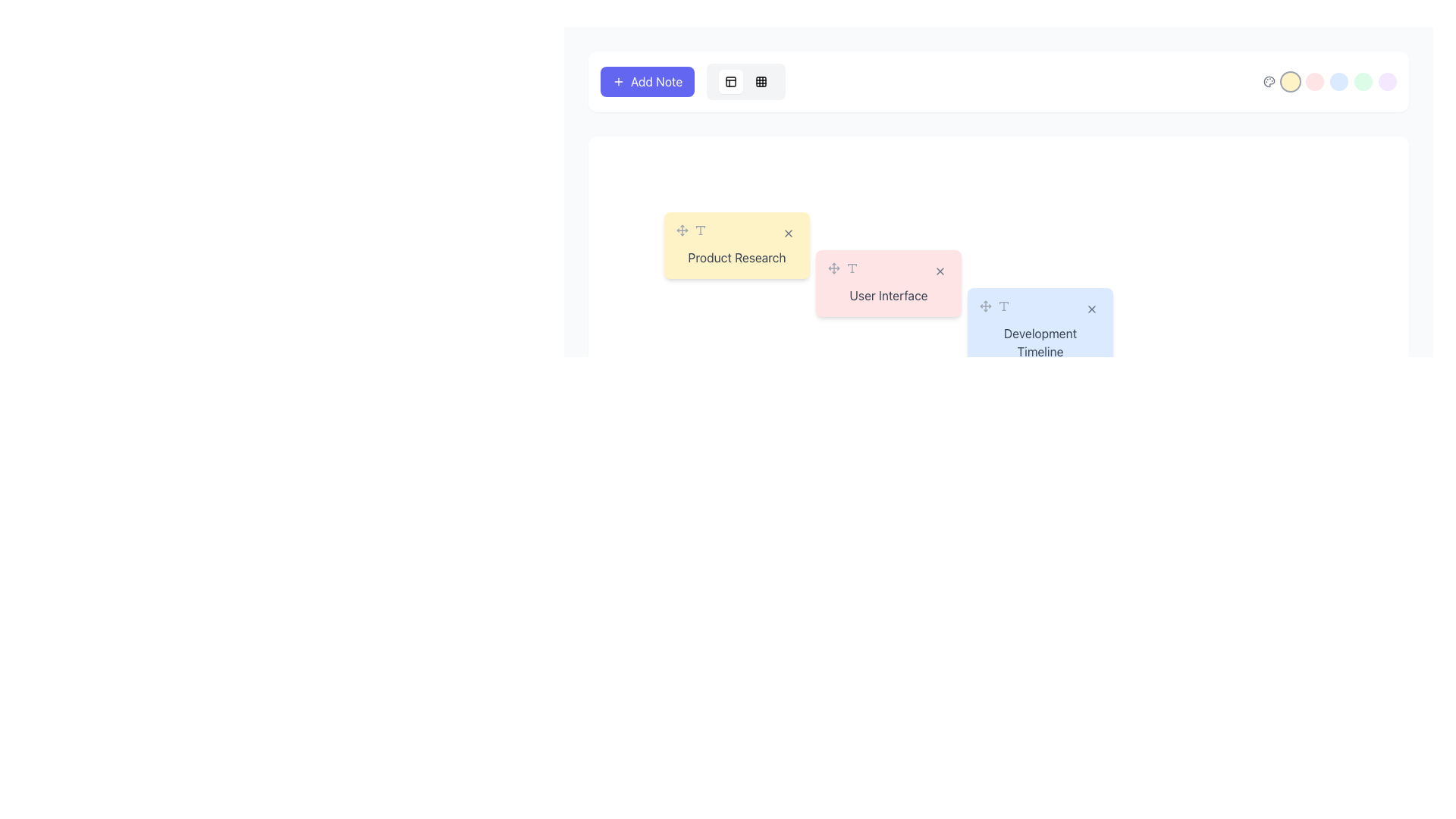  Describe the element at coordinates (657, 82) in the screenshot. I see `label text 'Add Note' located on the purple button, which is positioned at the top-left of the interface and includes a '+' icon to its left` at that location.